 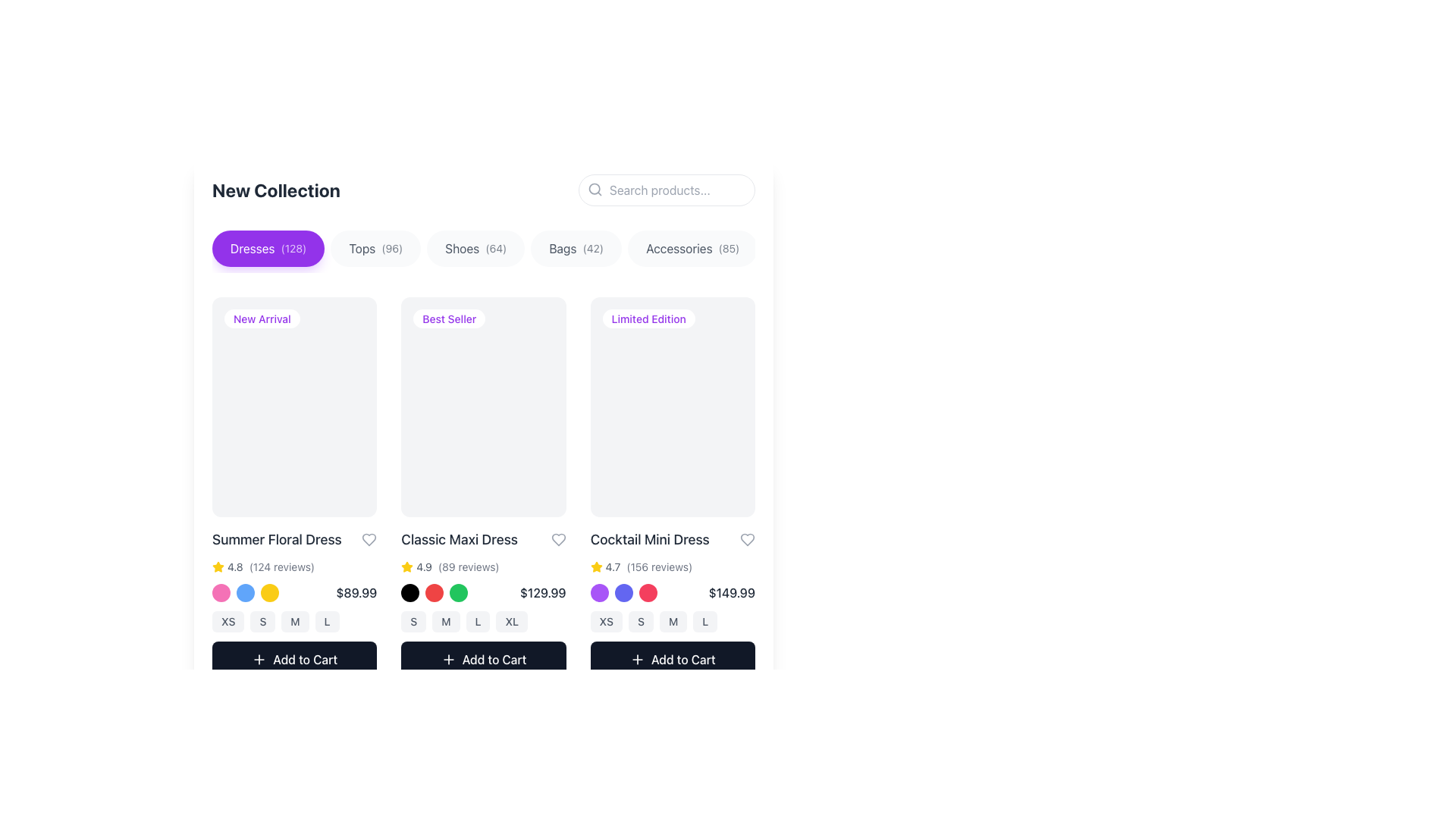 I want to click on the gray rectangular button labeled 'M' with a slightly rounded border, so click(x=445, y=621).